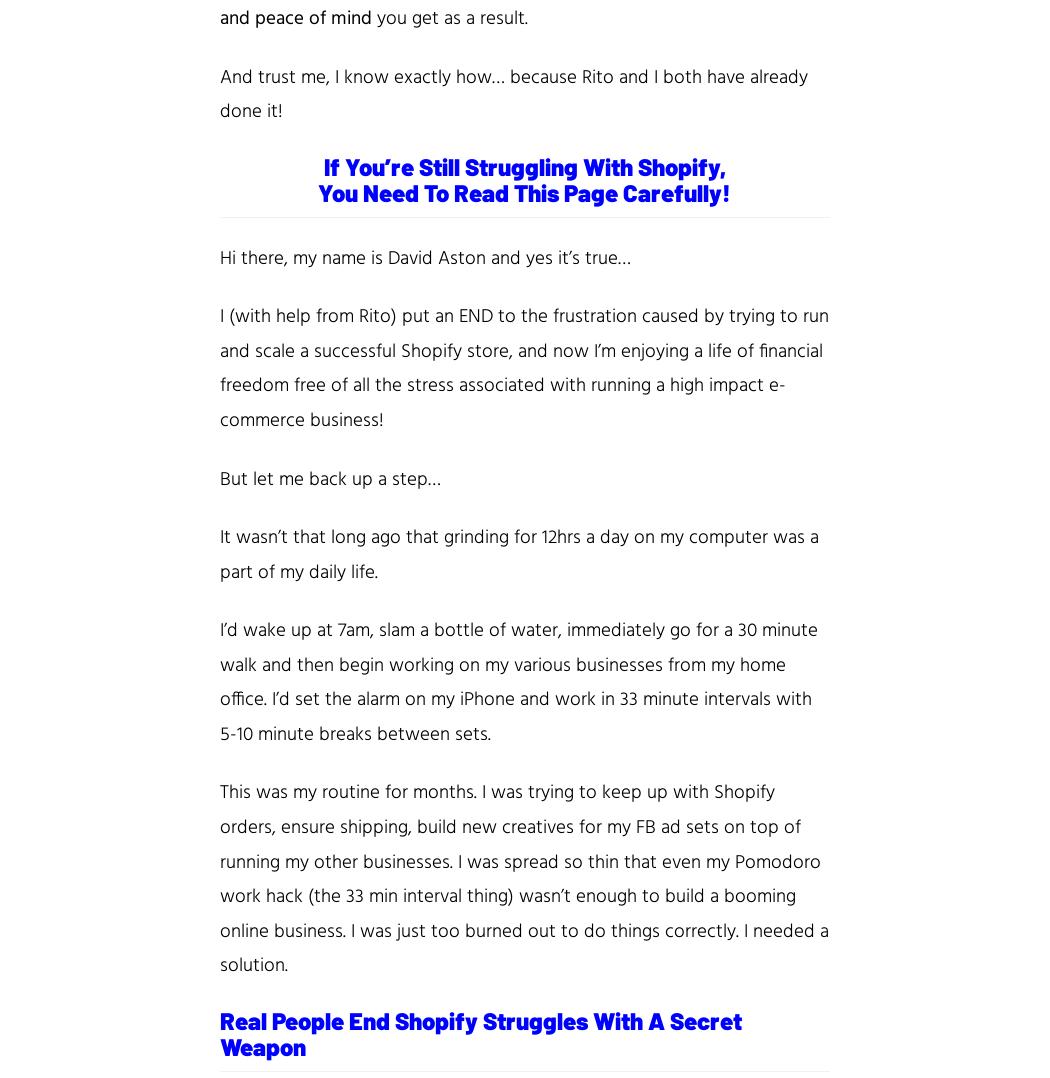  I want to click on 'trying to run and scale a successful Shopify store', so click(523, 332).